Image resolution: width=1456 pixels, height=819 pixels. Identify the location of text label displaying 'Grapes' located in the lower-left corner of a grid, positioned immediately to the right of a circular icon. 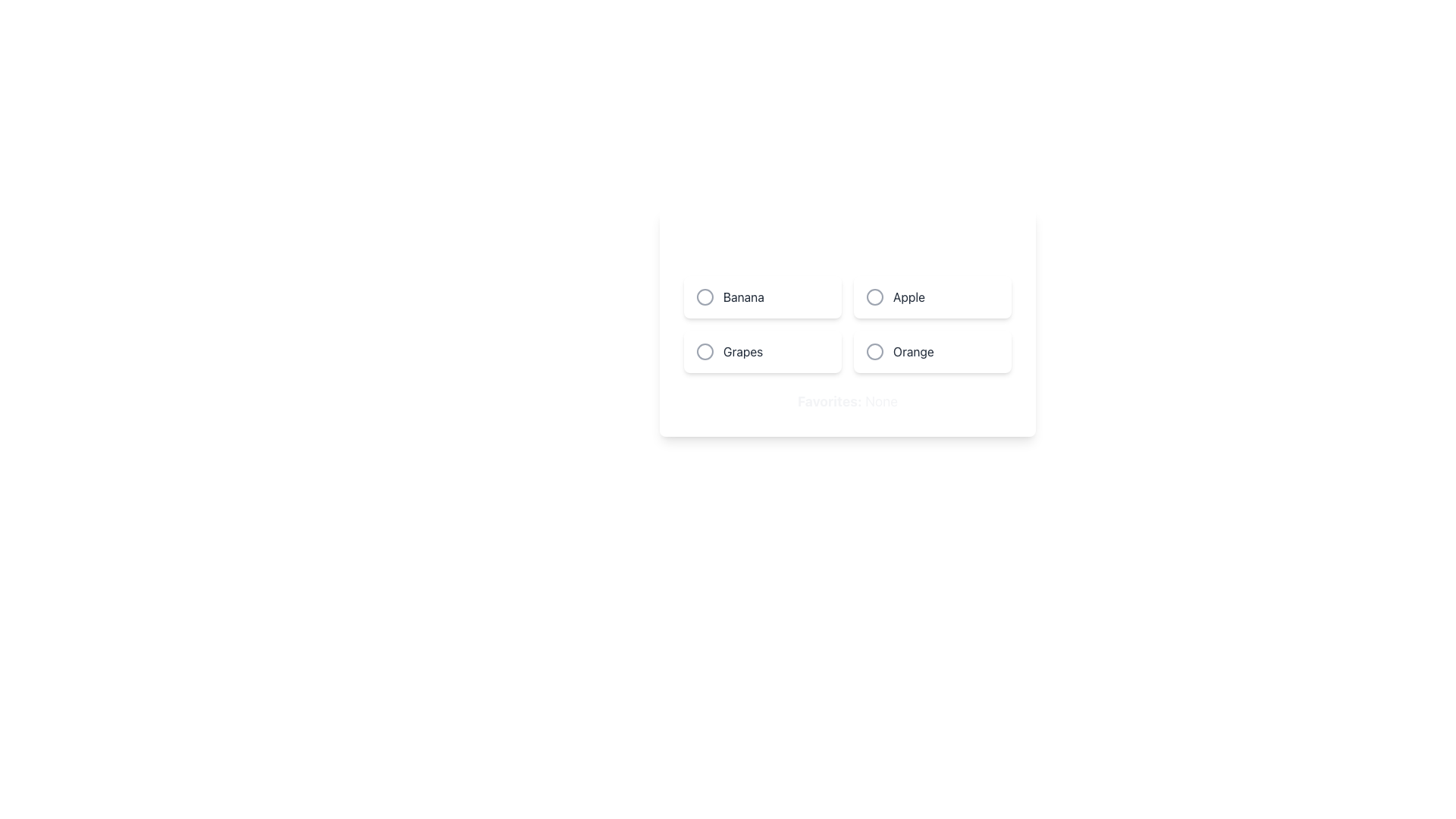
(743, 351).